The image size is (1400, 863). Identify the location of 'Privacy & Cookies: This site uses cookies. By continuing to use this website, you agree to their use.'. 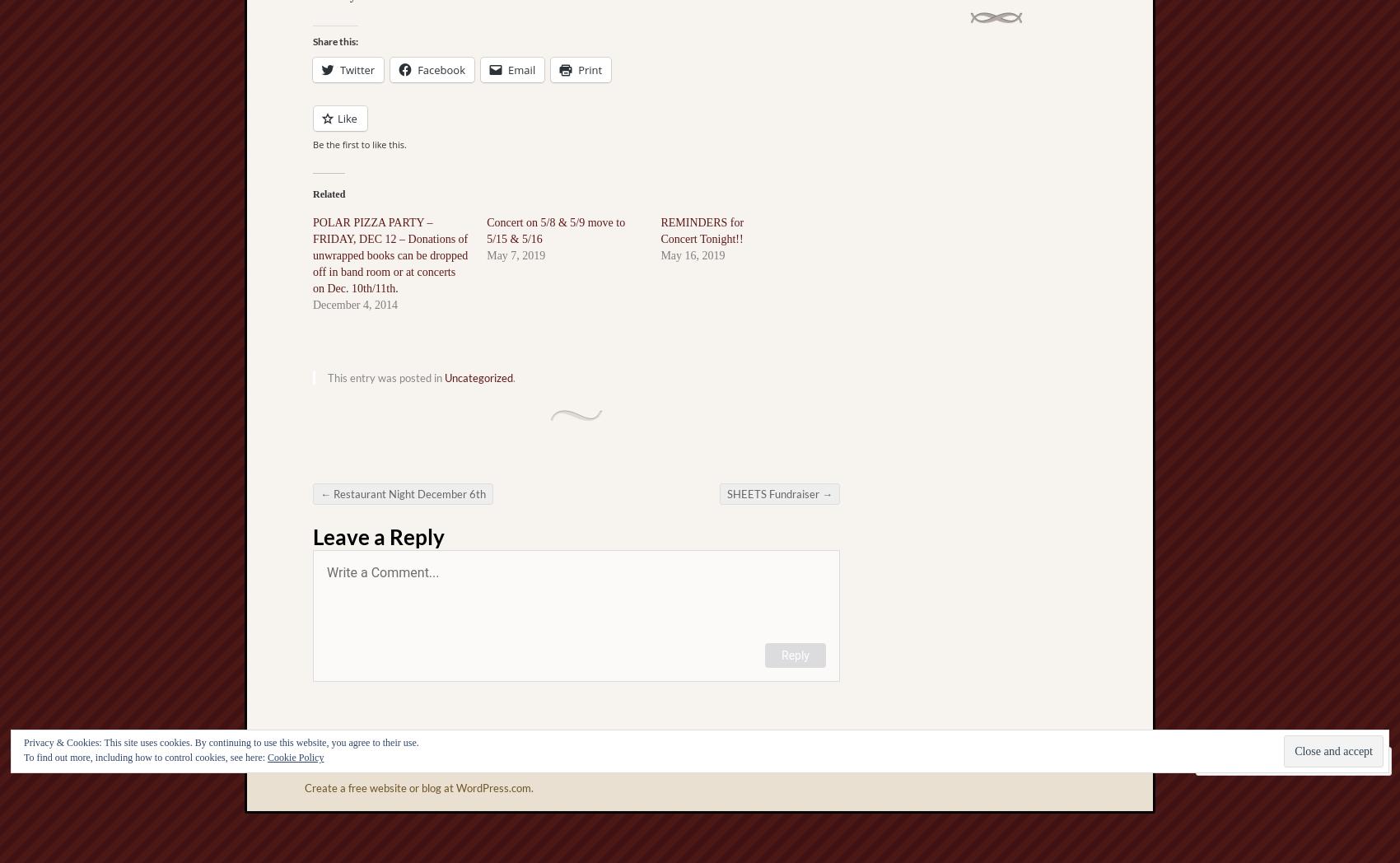
(221, 742).